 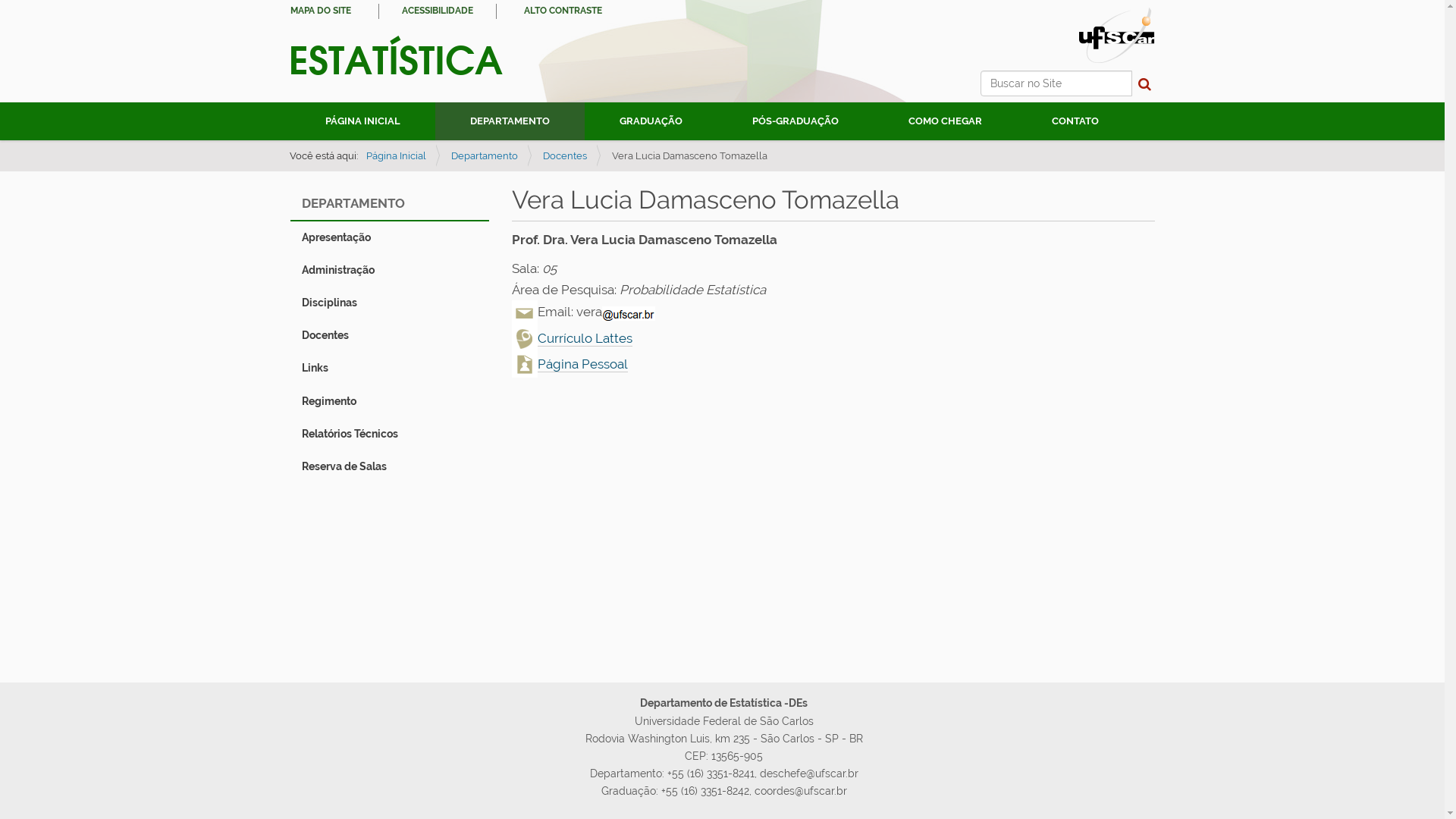 What do you see at coordinates (524, 365) in the screenshot?
I see `'Pagina Pessoal'` at bounding box center [524, 365].